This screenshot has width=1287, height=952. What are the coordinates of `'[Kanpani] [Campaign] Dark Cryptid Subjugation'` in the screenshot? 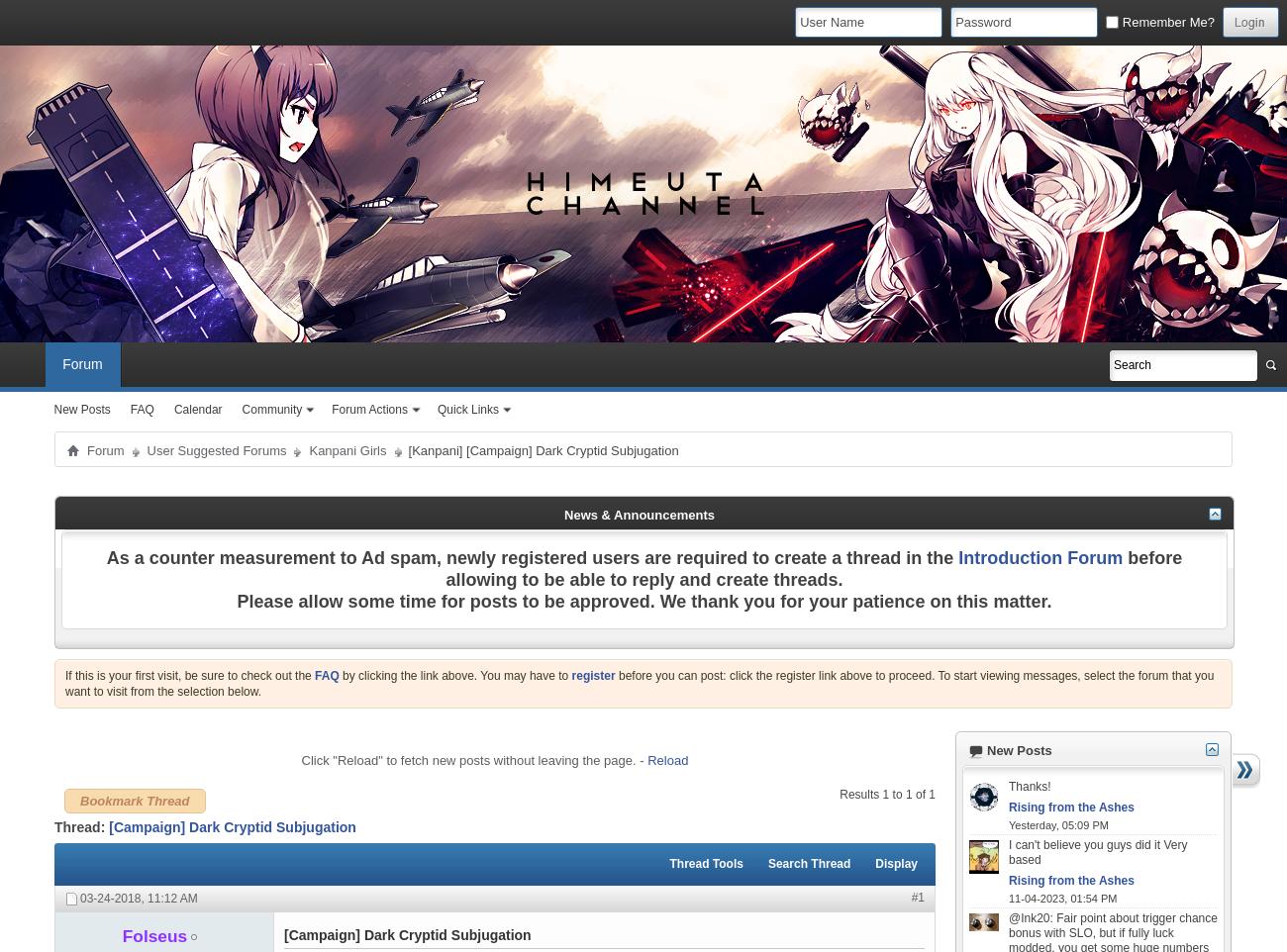 It's located at (542, 450).